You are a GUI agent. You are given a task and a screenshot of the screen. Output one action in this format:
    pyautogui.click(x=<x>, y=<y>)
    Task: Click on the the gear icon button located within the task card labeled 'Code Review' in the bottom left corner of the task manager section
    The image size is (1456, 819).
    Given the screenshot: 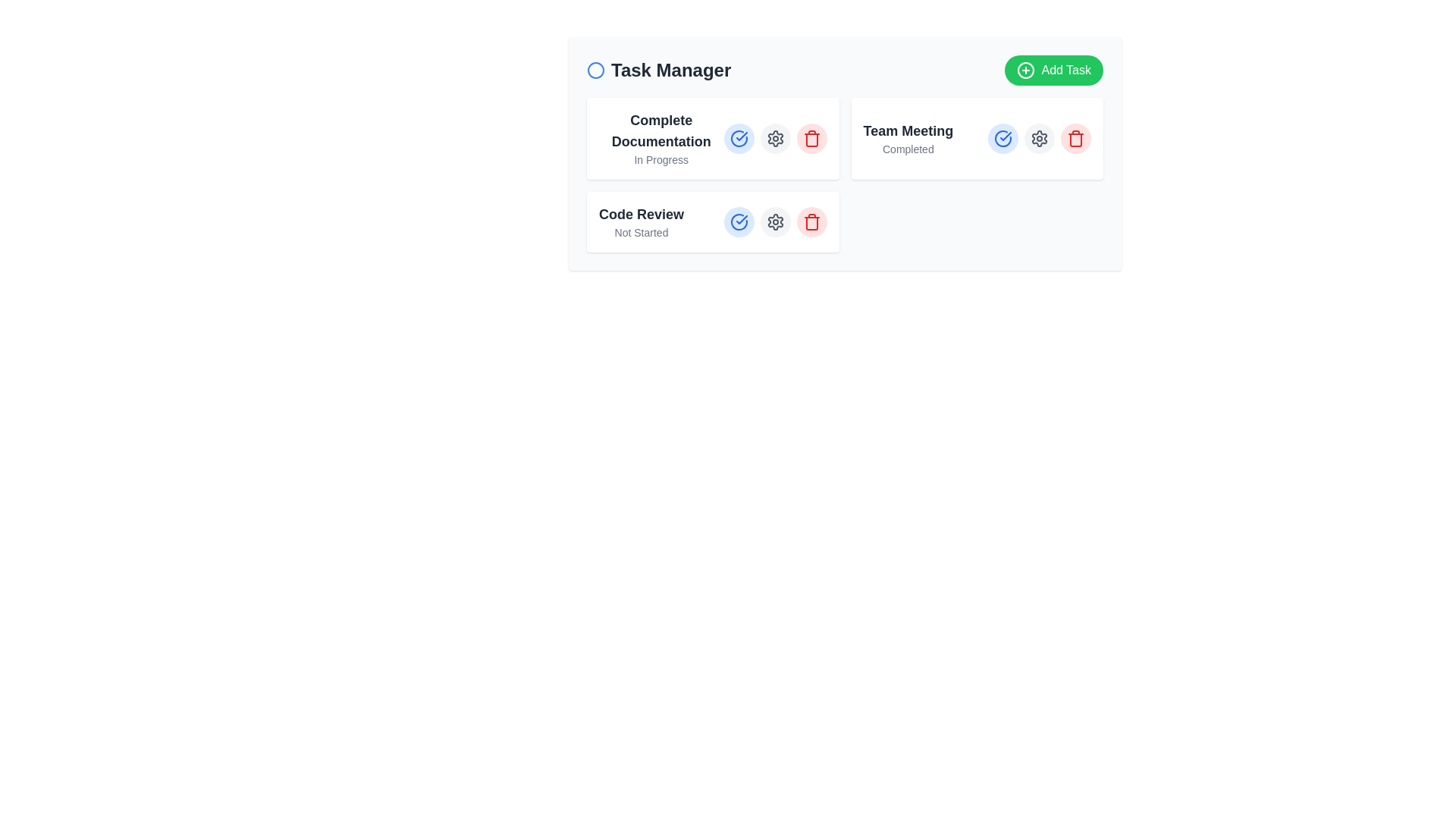 What is the action you would take?
    pyautogui.click(x=775, y=138)
    